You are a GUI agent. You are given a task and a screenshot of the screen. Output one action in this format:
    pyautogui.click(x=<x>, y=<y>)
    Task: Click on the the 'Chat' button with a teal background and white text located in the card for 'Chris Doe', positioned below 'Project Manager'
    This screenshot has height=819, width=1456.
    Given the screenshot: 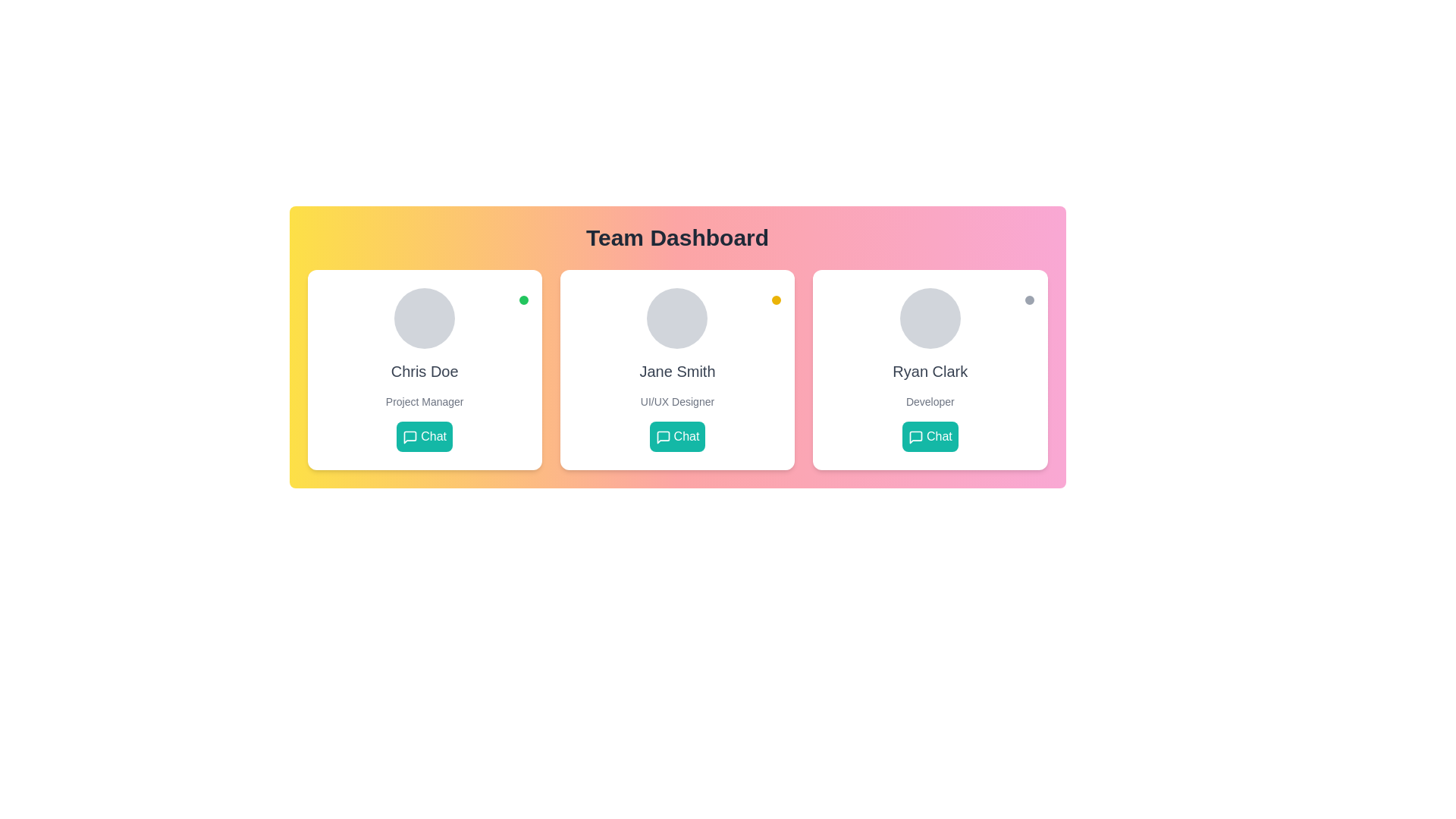 What is the action you would take?
    pyautogui.click(x=425, y=436)
    